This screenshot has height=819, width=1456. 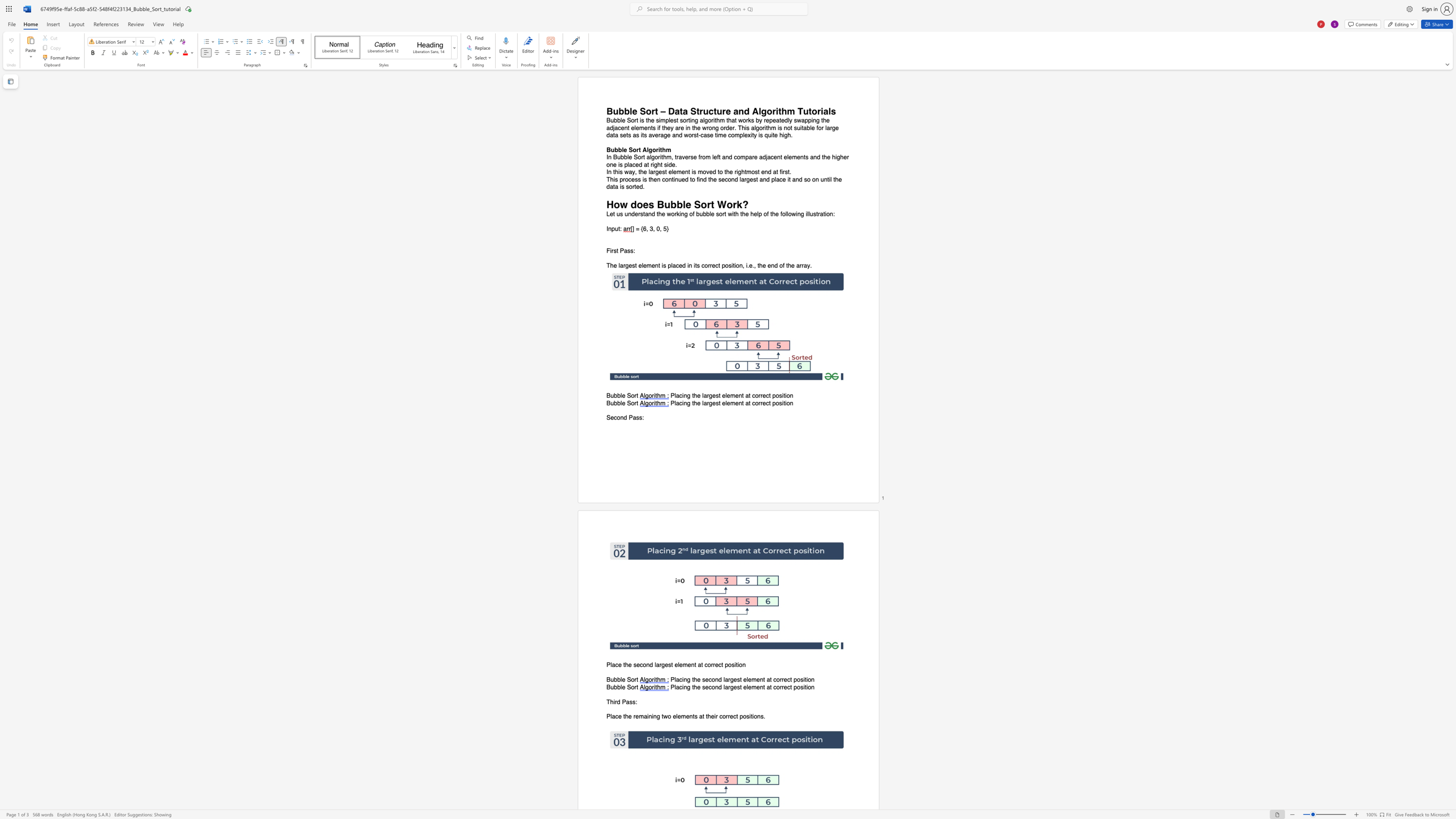 I want to click on the 1th character "h" in the text, so click(x=663, y=149).